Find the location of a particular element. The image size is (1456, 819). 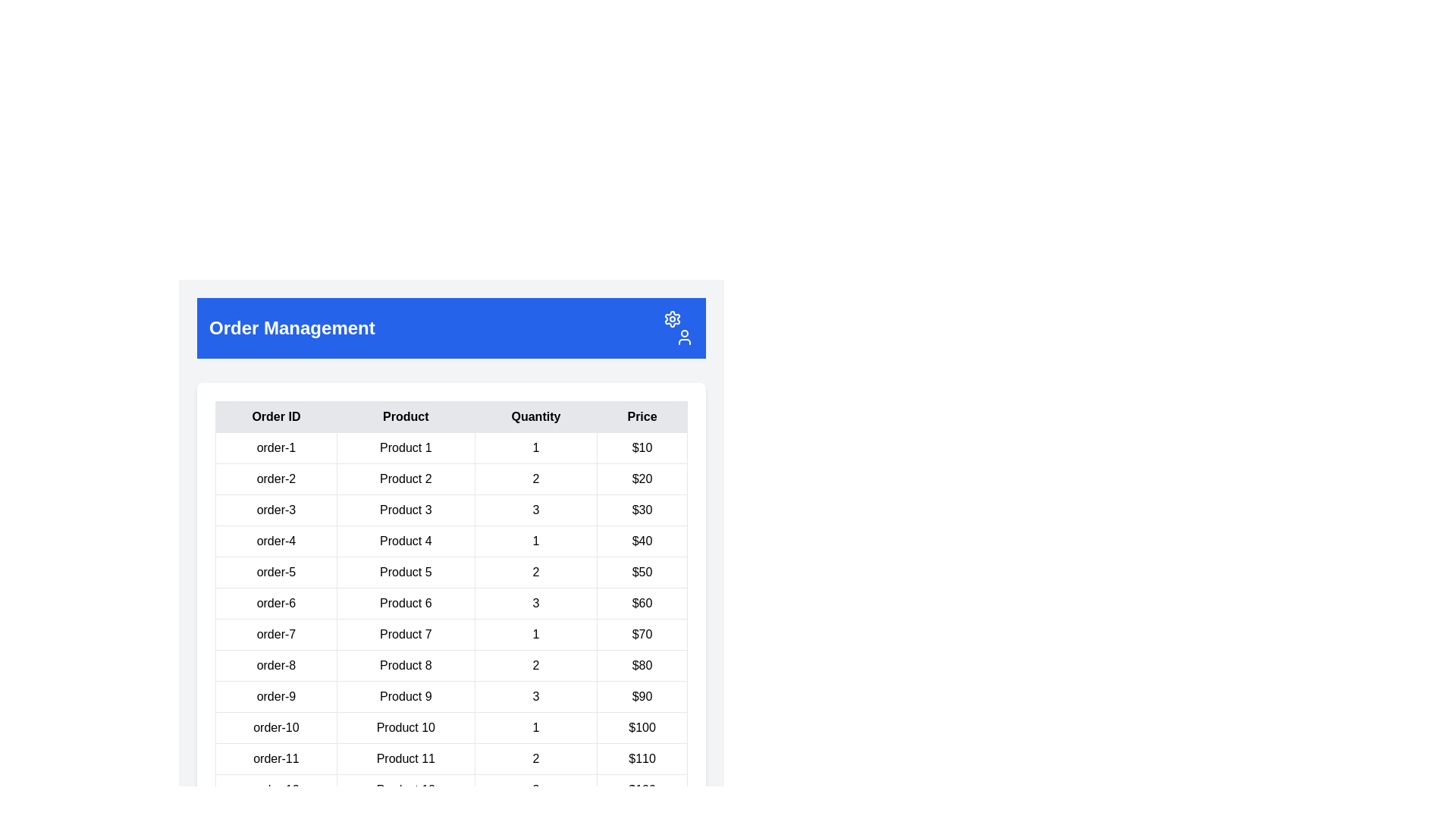

the Table Cell that displays the quantity of the product in the first row of the table to highlight it is located at coordinates (535, 447).